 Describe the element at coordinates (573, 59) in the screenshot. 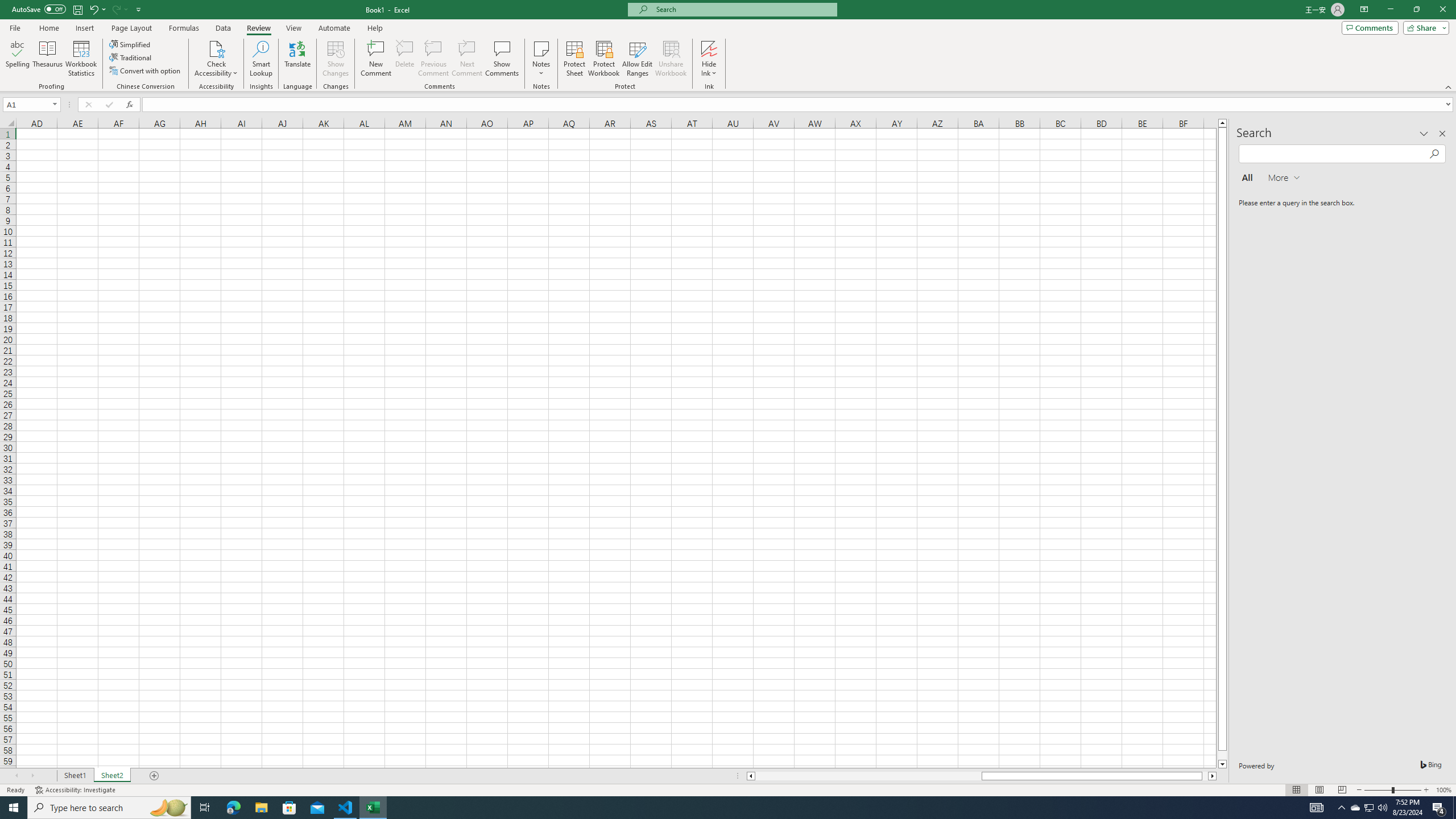

I see `'Protect Sheet...'` at that location.